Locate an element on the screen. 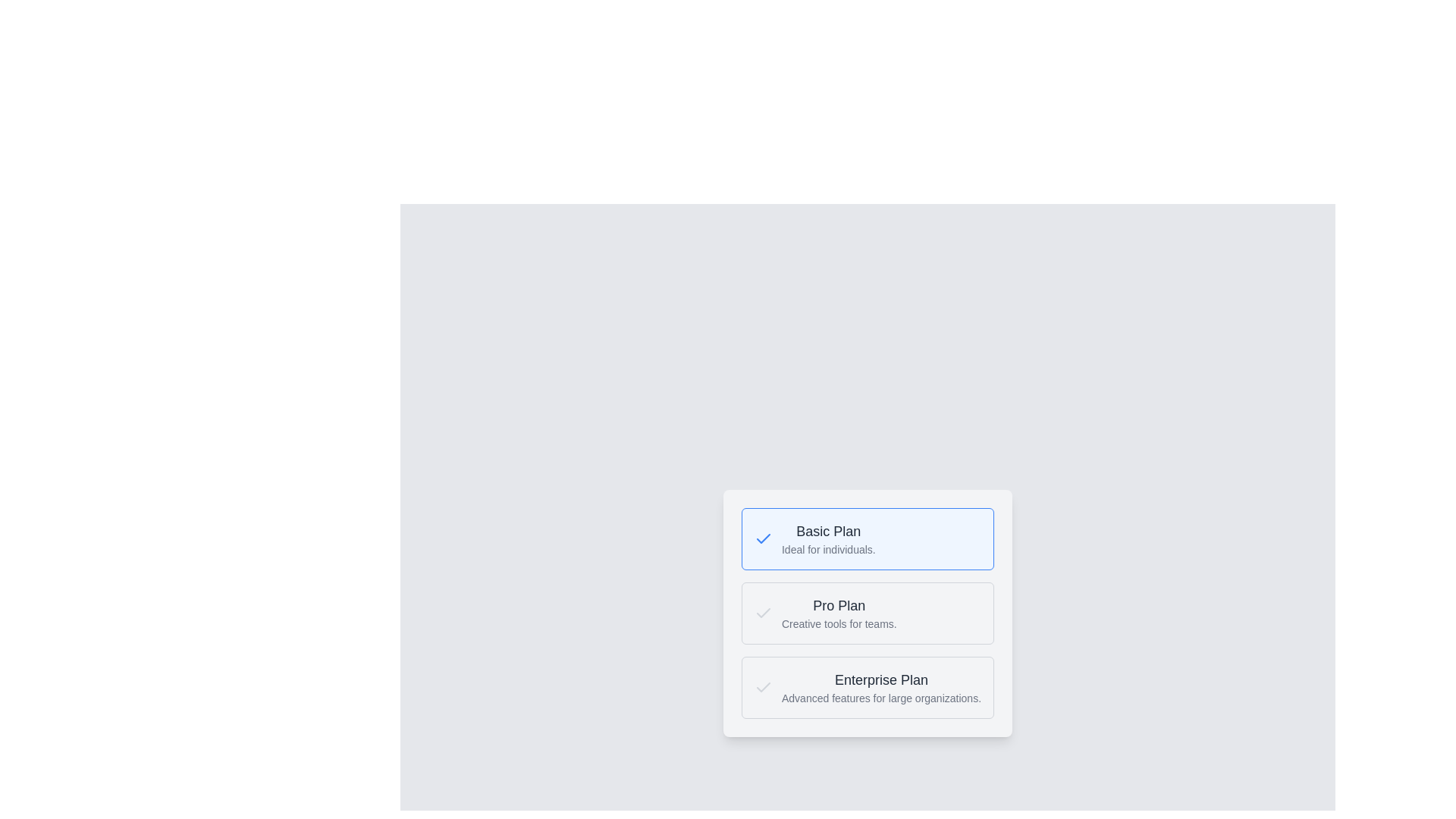 Image resolution: width=1456 pixels, height=819 pixels. the 'Pro Plan' card located centrally in the vertical list of plans is located at coordinates (868, 613).